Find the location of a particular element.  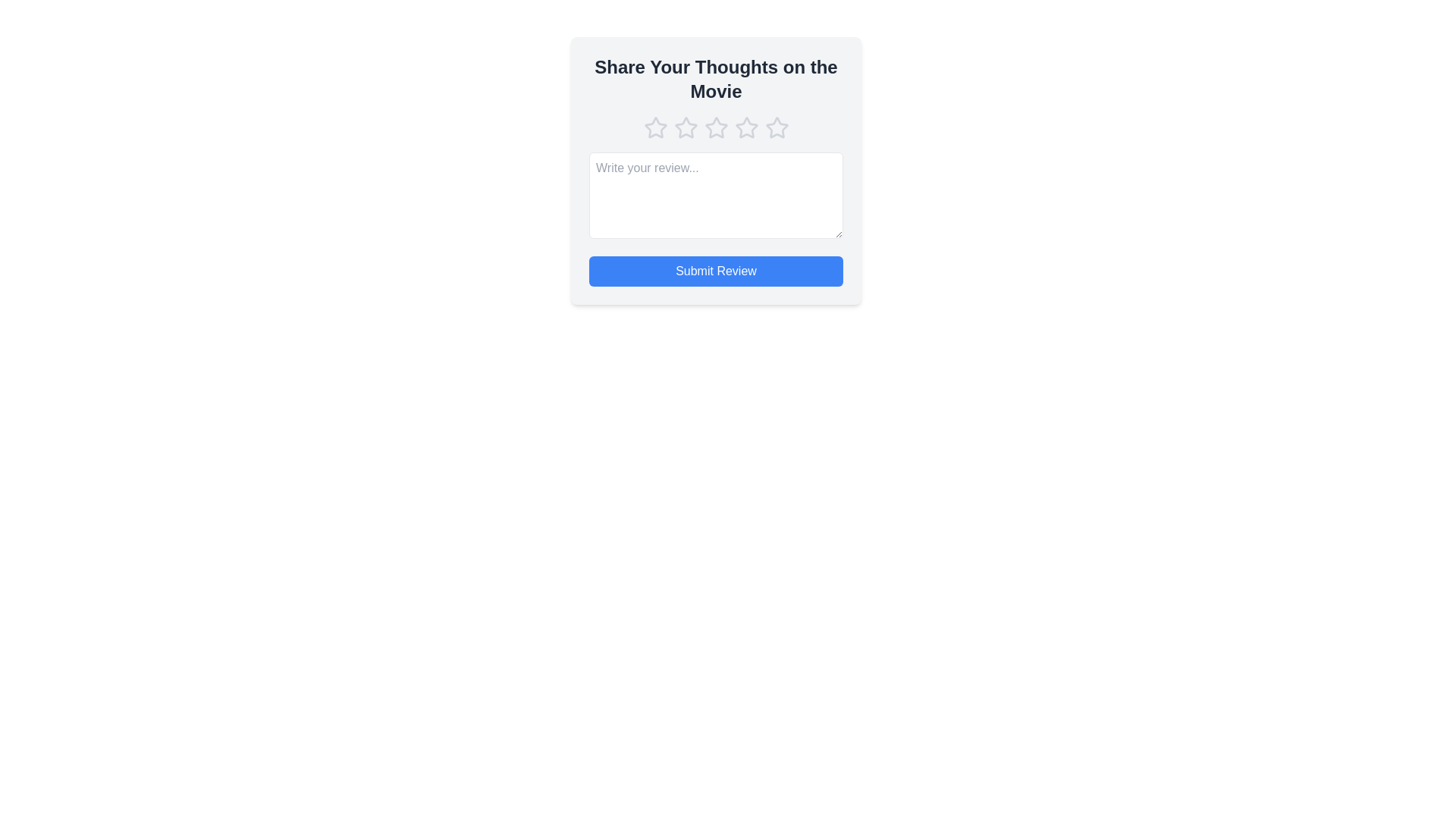

the first star-shaped interactive rating icon, which is hollow with a thin stroke and part of a group of five stars is located at coordinates (655, 127).